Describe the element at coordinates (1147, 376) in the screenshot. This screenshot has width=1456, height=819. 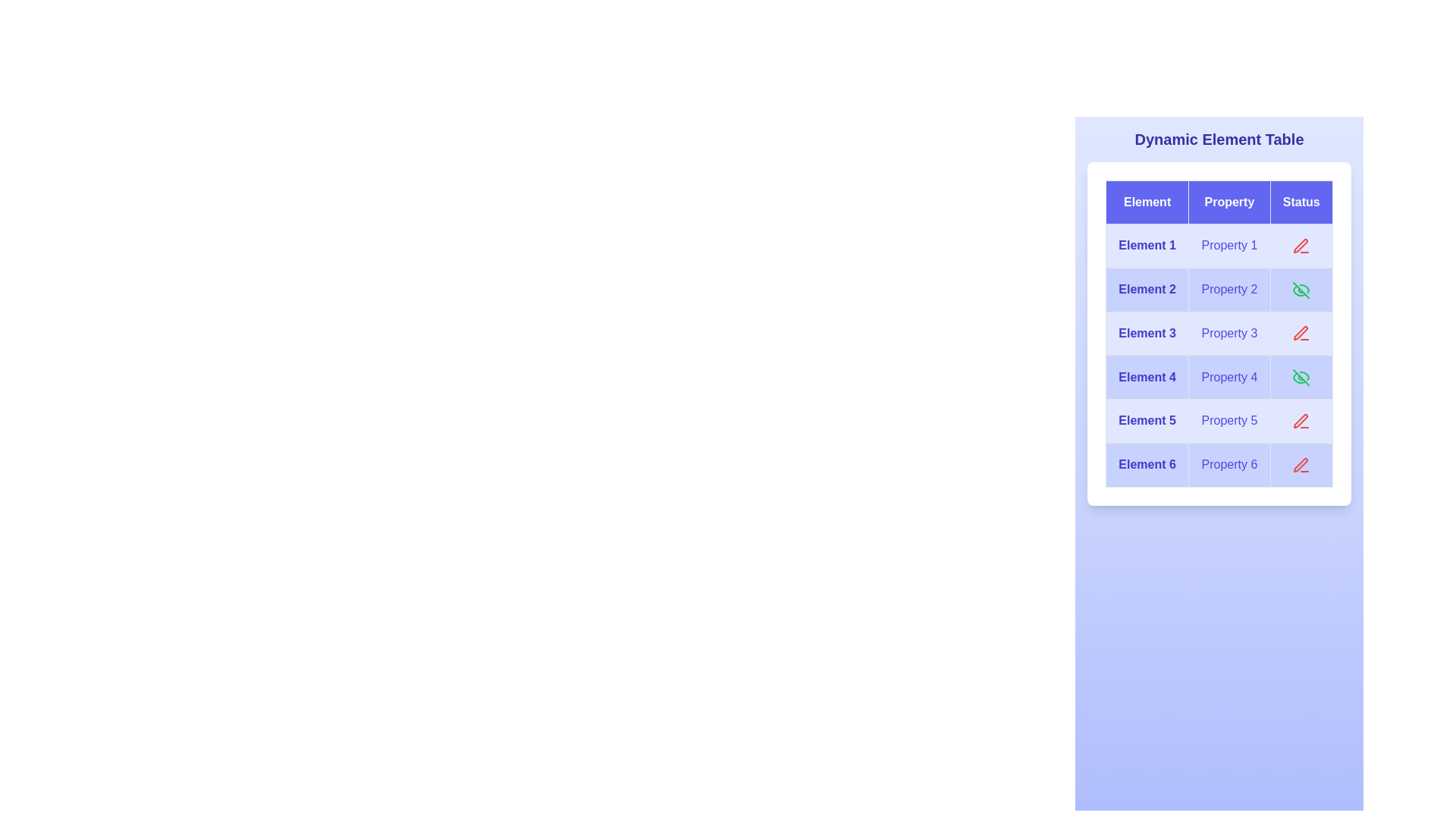
I see `the text of element Element 4 to read its displayed text` at that location.